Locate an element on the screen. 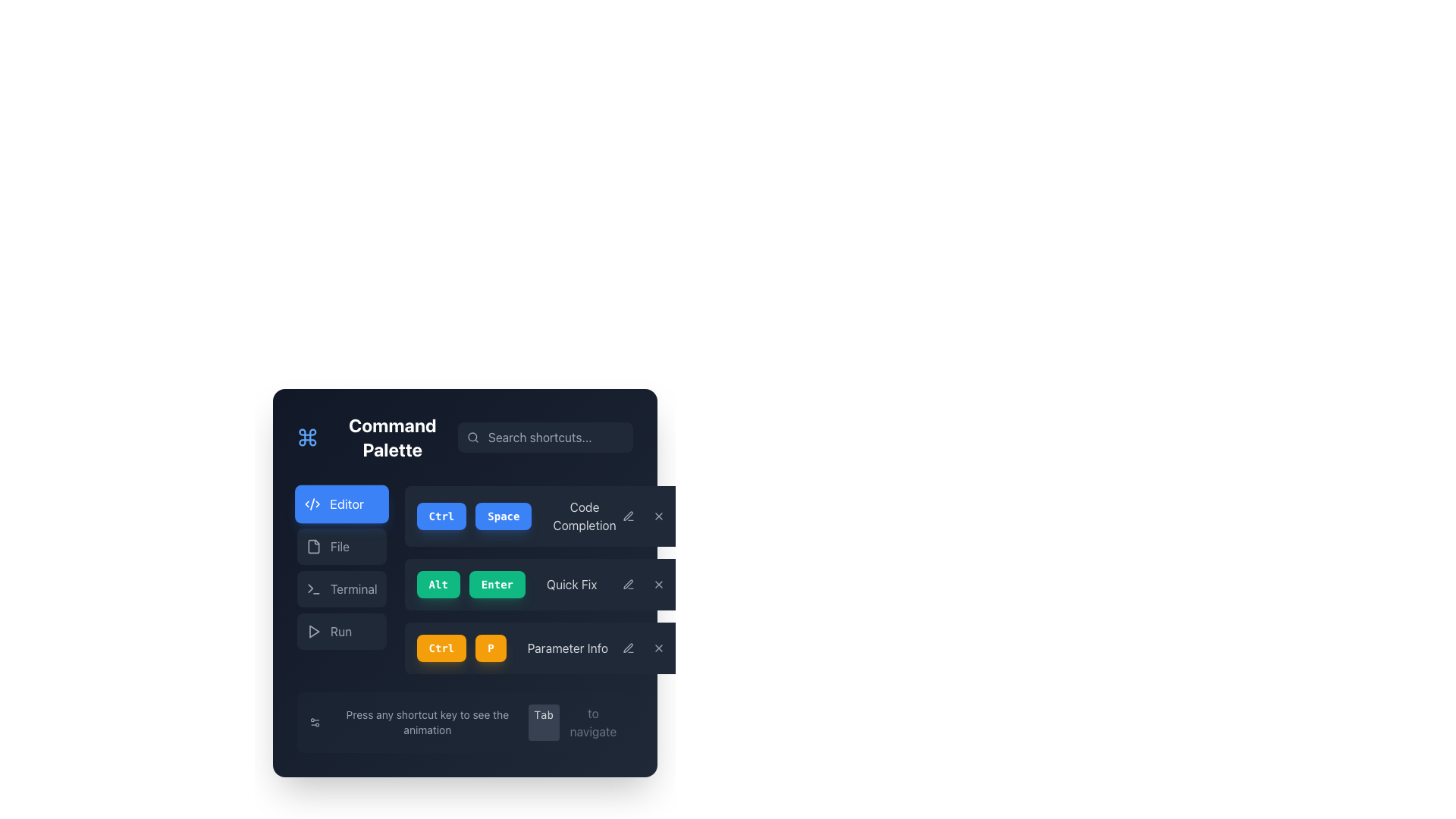 Image resolution: width=1456 pixels, height=819 pixels. the grayish pen icon located in the upper-right aligned button group of the command palette UI, which corresponds to the 'Parameter Info' action is located at coordinates (628, 648).